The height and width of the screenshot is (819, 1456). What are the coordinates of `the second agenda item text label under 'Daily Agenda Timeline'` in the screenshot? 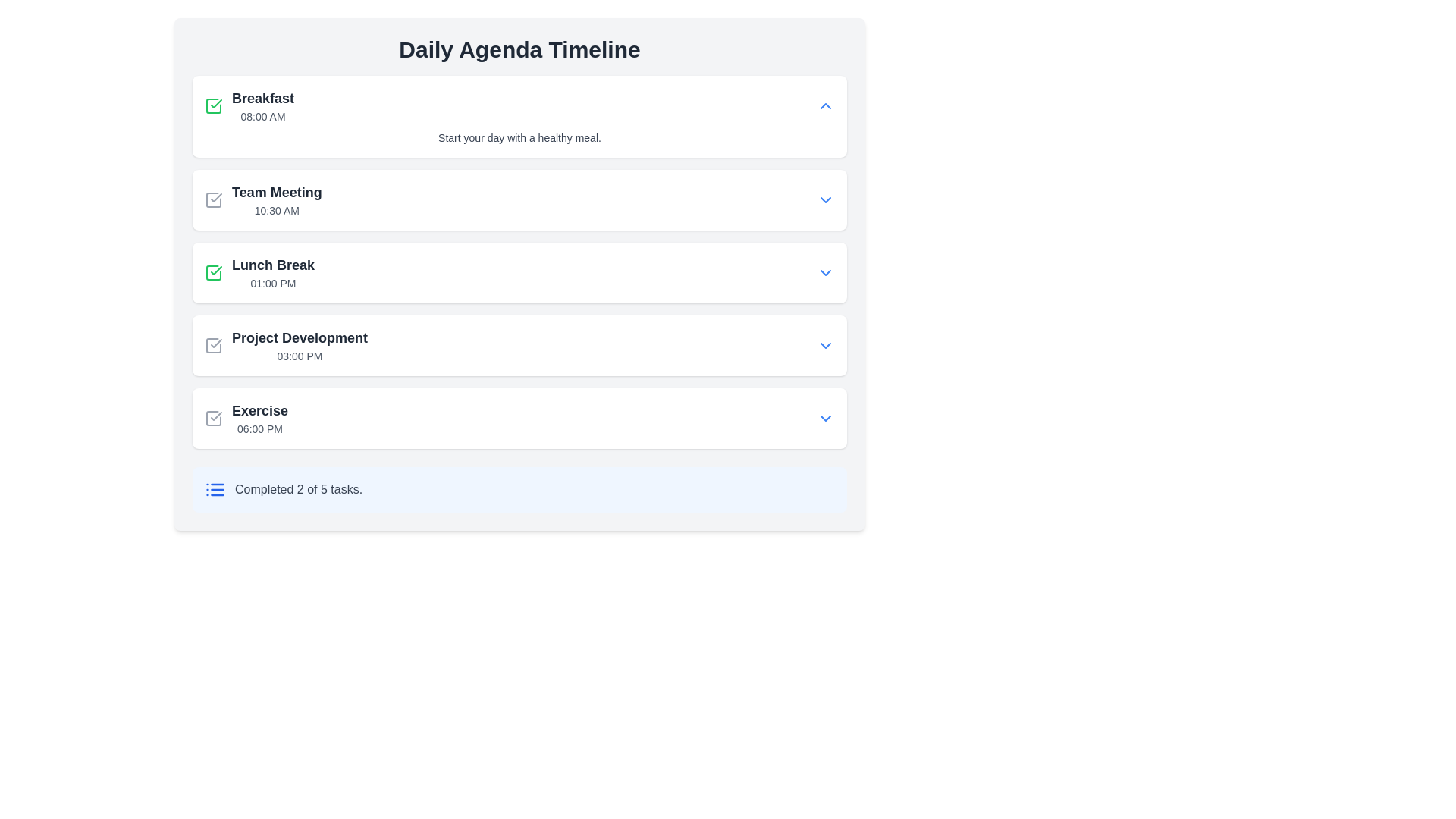 It's located at (277, 199).